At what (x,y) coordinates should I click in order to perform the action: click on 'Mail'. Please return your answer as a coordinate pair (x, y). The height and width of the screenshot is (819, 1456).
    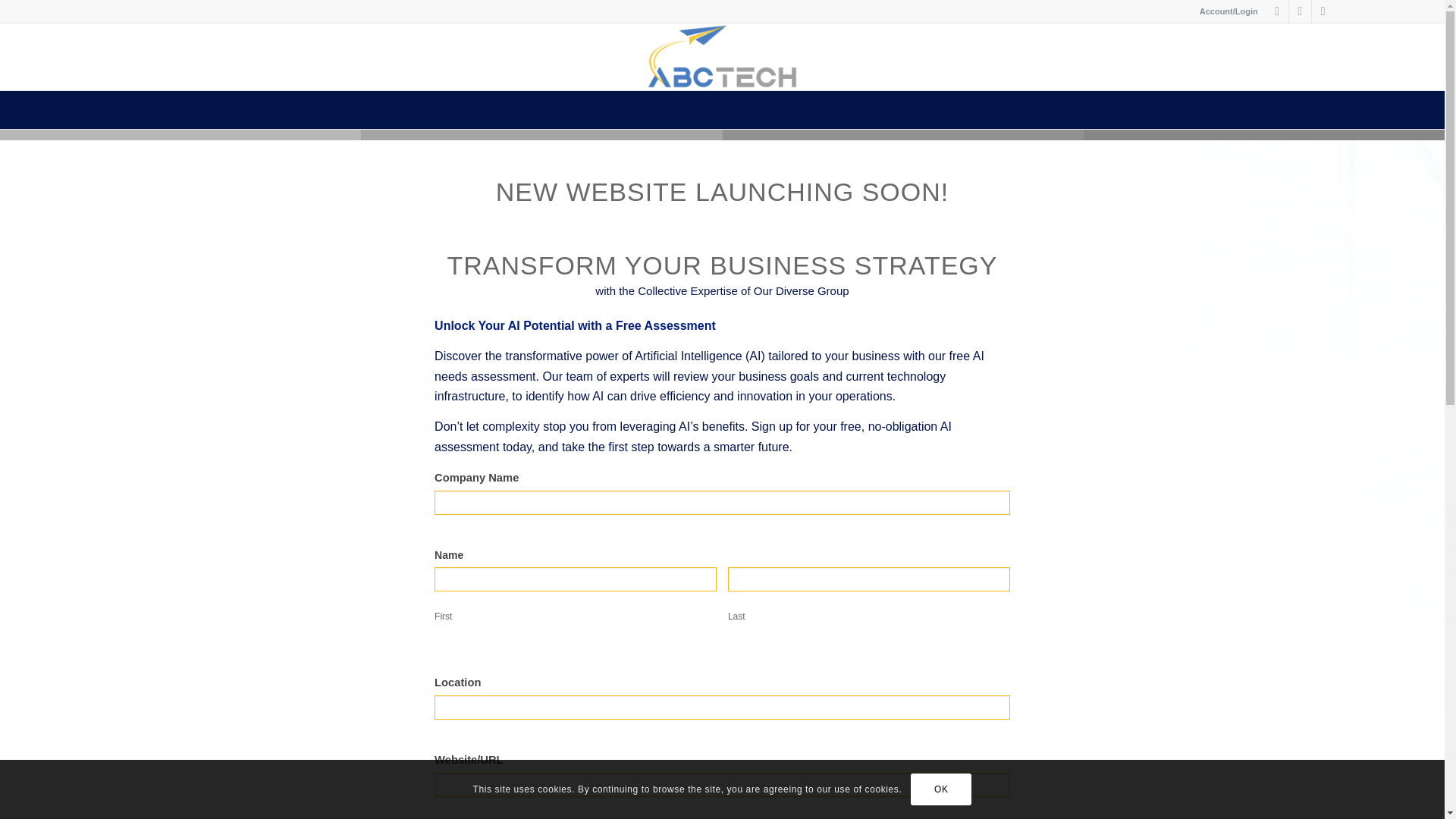
    Looking at the image, I should click on (1323, 11).